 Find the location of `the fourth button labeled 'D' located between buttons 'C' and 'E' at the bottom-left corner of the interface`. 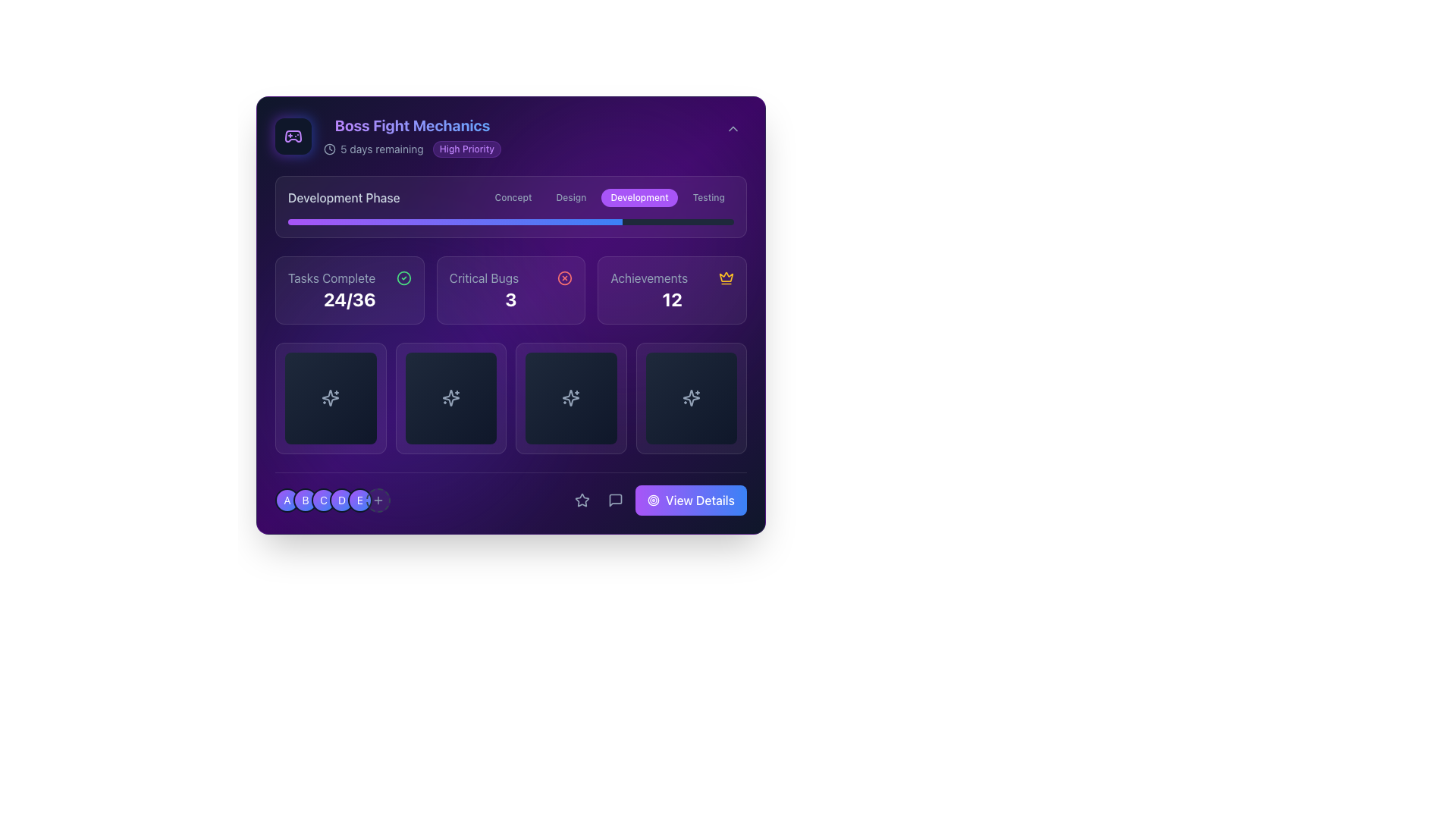

the fourth button labeled 'D' located between buttons 'C' and 'E' at the bottom-left corner of the interface is located at coordinates (341, 500).